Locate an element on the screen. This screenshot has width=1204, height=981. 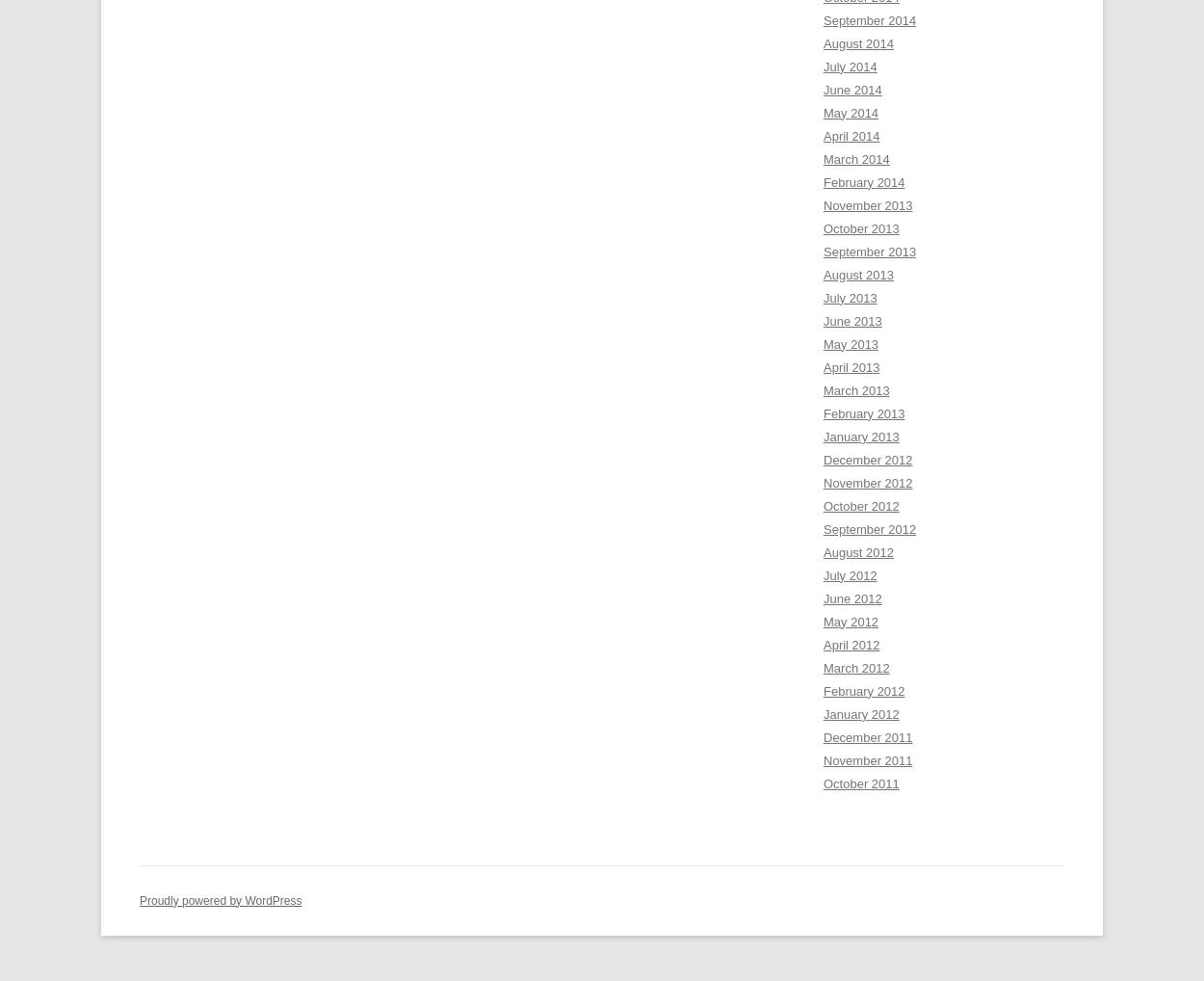
'June 2014' is located at coordinates (823, 89).